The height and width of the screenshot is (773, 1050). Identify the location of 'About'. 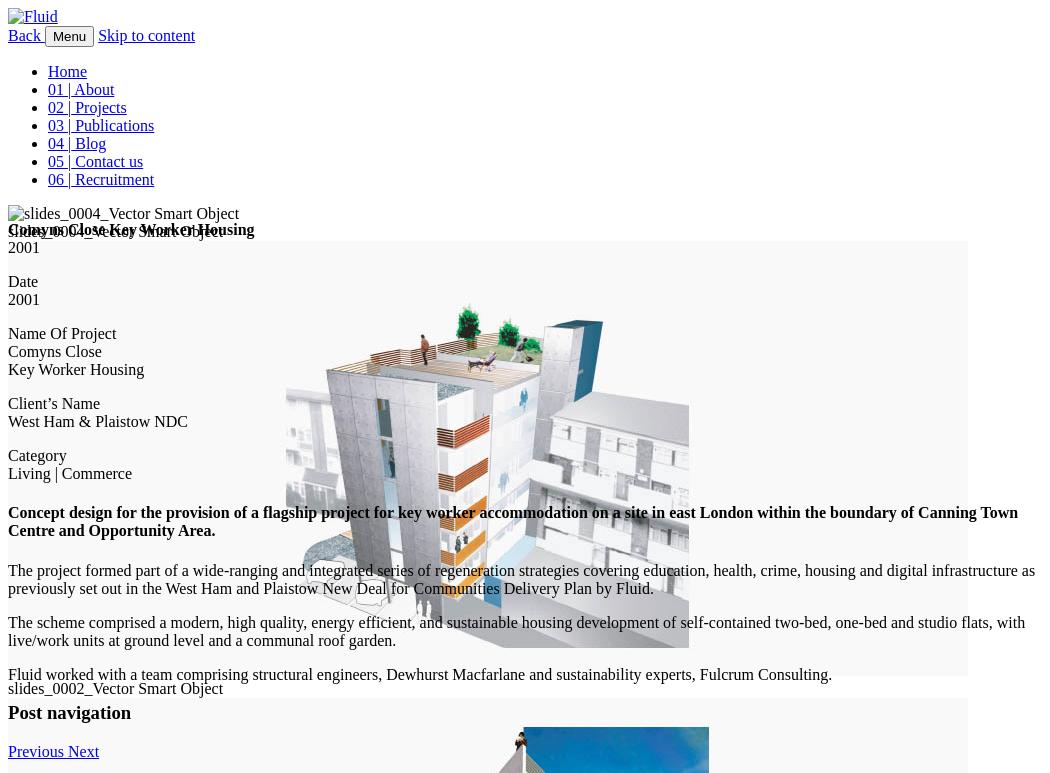
(92, 89).